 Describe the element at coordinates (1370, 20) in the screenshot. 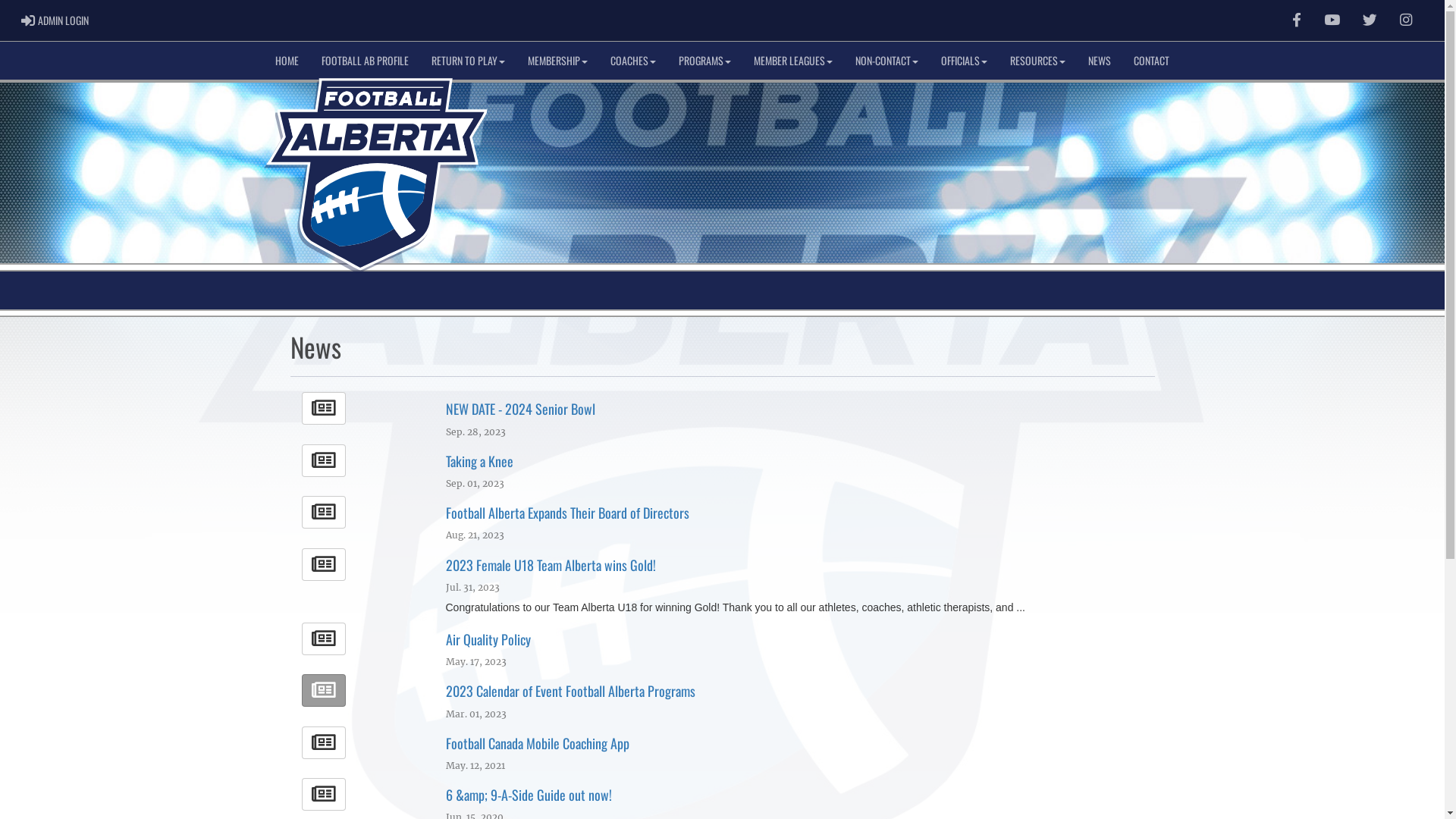

I see `'follow us'` at that location.